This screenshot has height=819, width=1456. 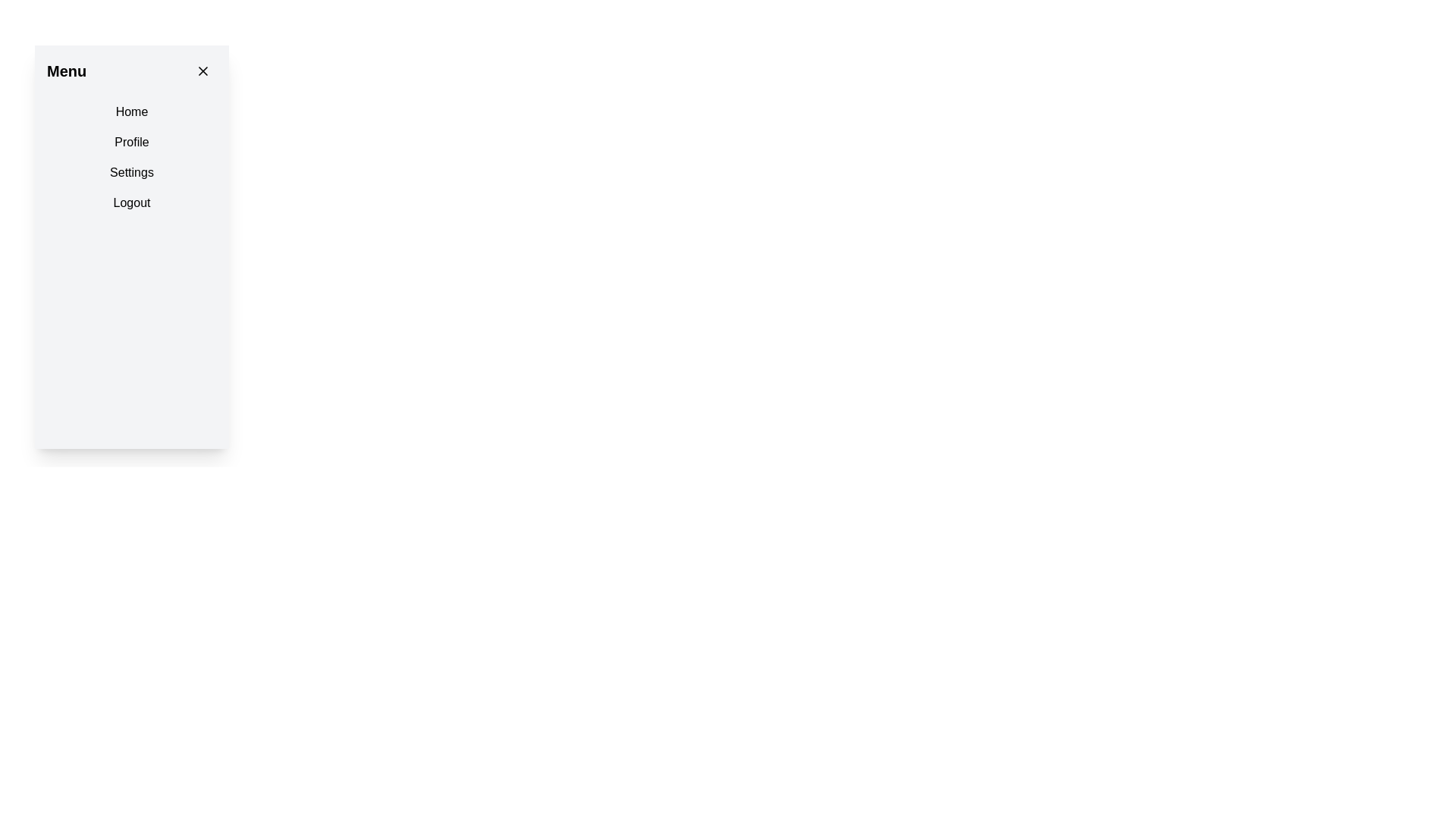 I want to click on the graphical cross mark (Close Button) in the top-right corner of the menu panel, so click(x=202, y=71).